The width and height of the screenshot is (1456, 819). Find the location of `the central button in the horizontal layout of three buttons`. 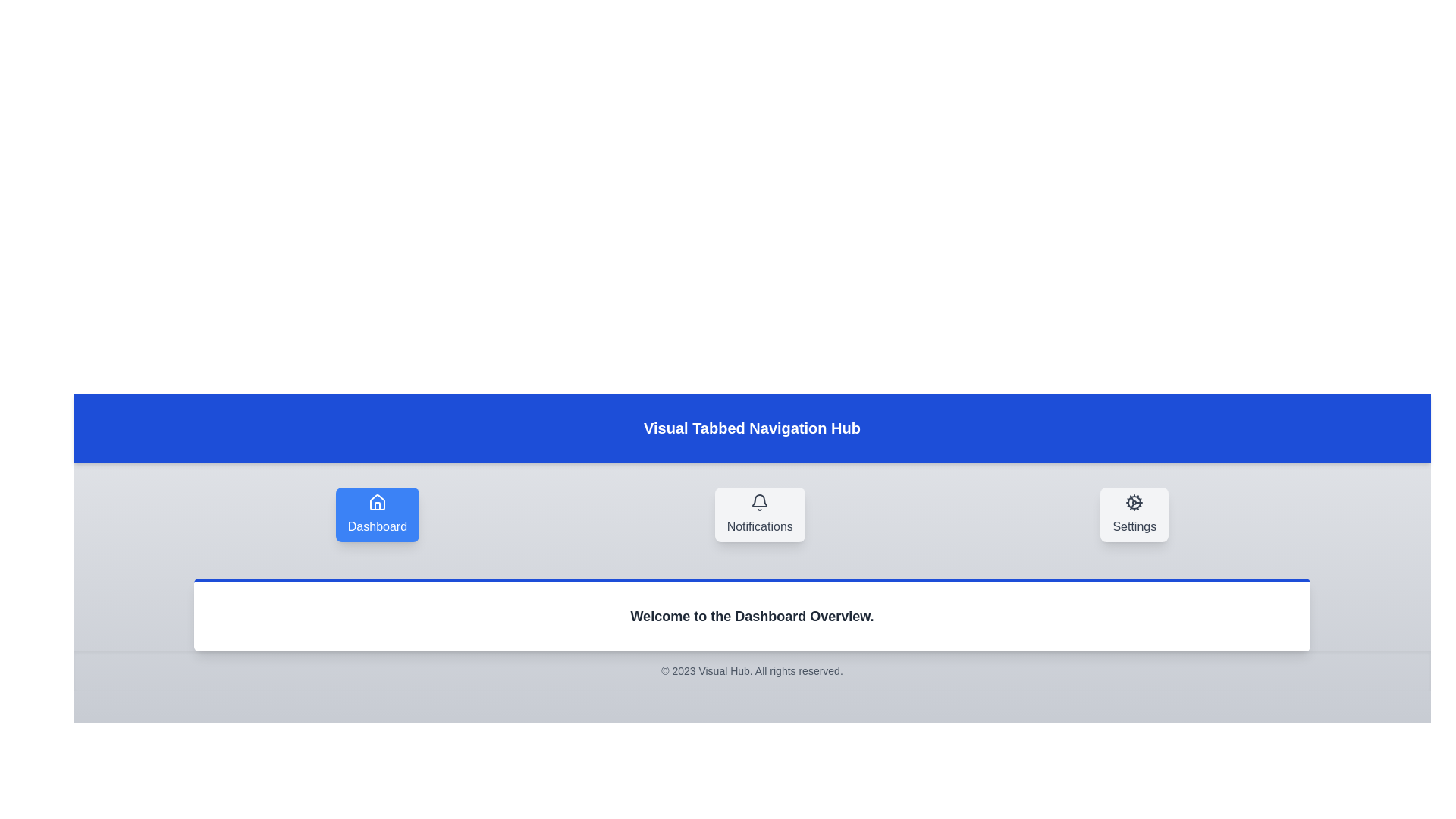

the central button in the horizontal layout of three buttons is located at coordinates (760, 513).